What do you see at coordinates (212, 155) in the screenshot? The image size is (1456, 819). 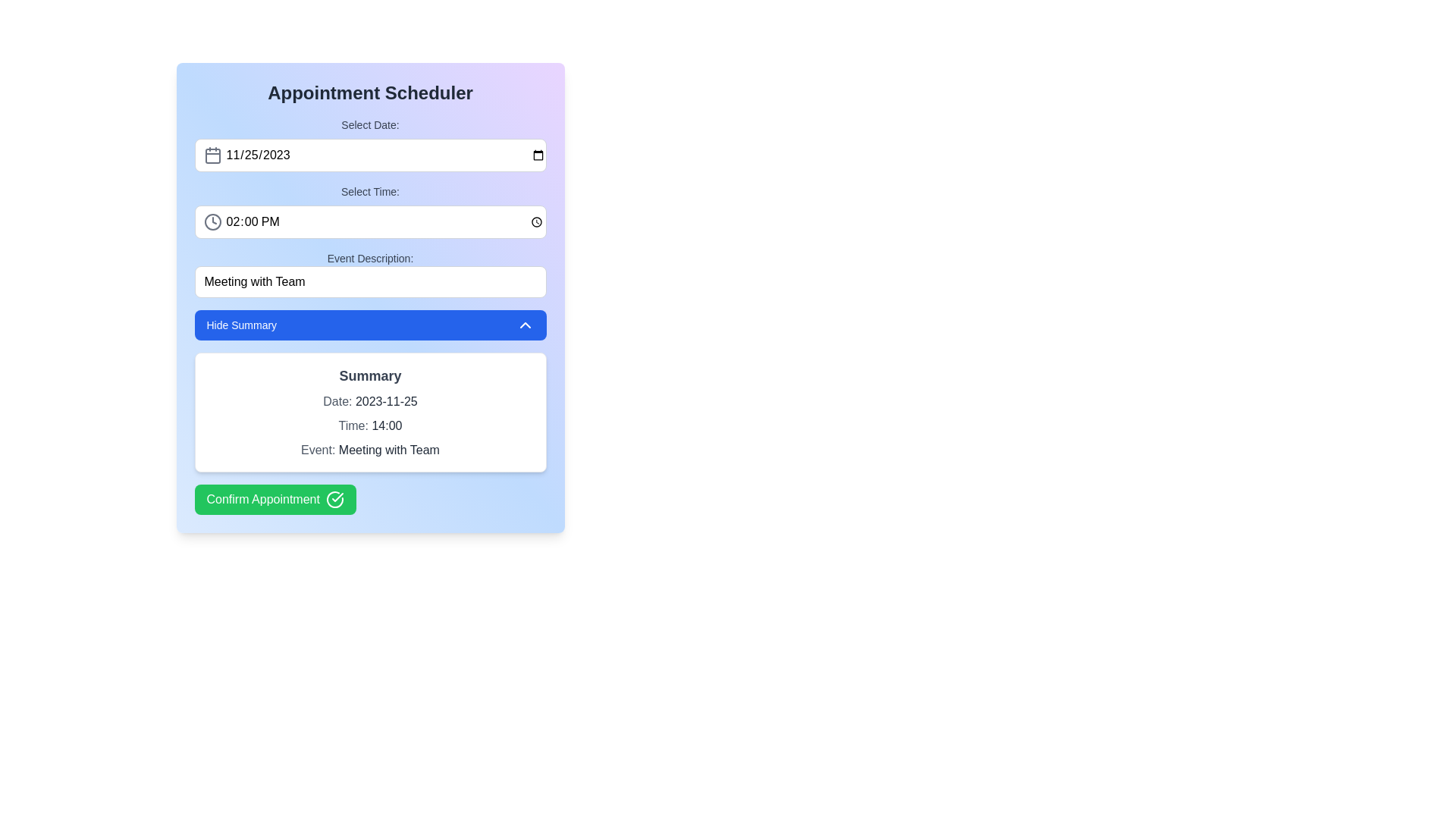 I see `the gray calendar icon located to the left of the date input box` at bounding box center [212, 155].